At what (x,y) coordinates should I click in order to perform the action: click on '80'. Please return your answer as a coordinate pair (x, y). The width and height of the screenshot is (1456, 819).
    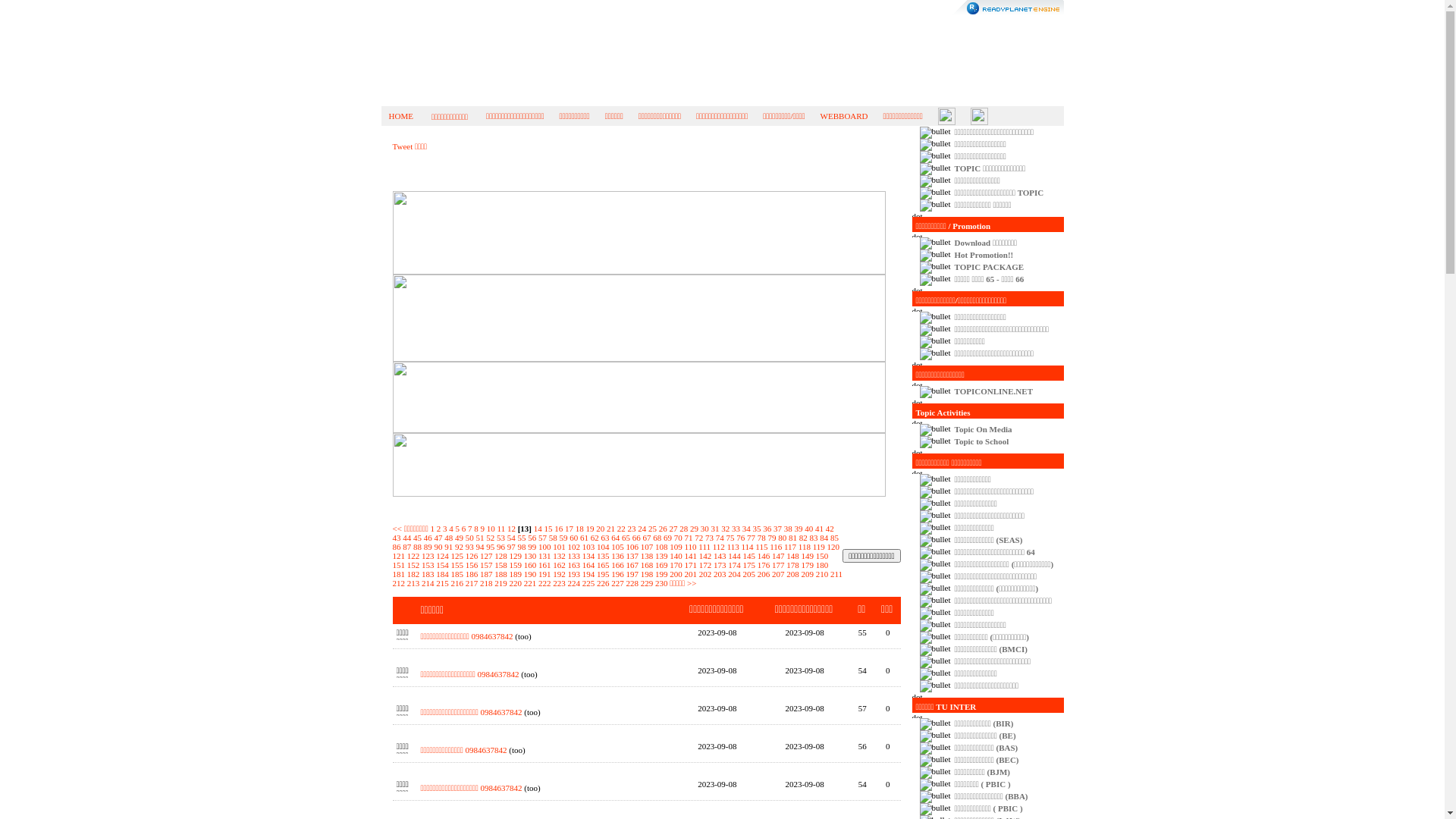
    Looking at the image, I should click on (782, 537).